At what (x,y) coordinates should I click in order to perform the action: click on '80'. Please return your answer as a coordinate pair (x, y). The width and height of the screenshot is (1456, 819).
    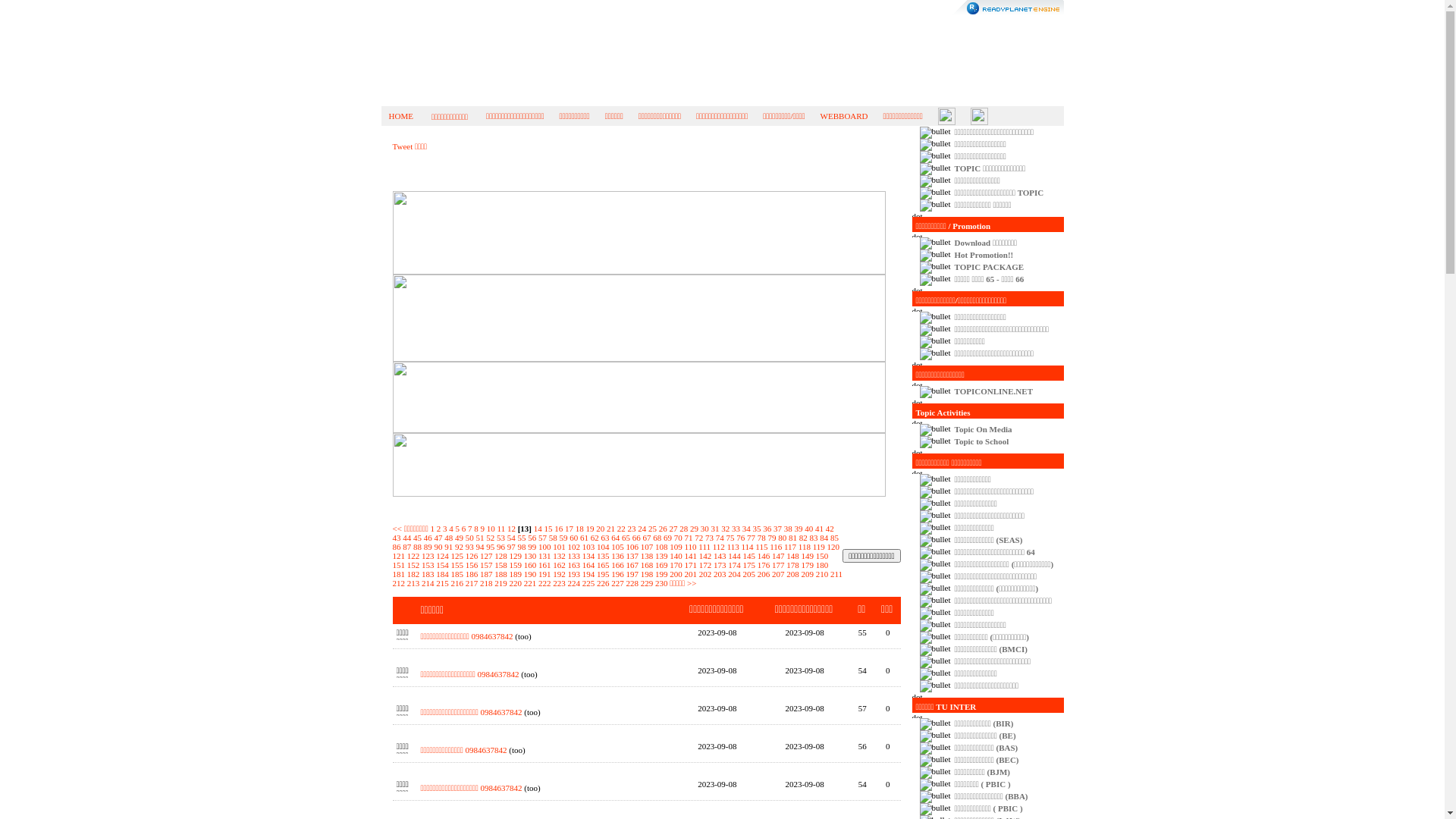
    Looking at the image, I should click on (782, 537).